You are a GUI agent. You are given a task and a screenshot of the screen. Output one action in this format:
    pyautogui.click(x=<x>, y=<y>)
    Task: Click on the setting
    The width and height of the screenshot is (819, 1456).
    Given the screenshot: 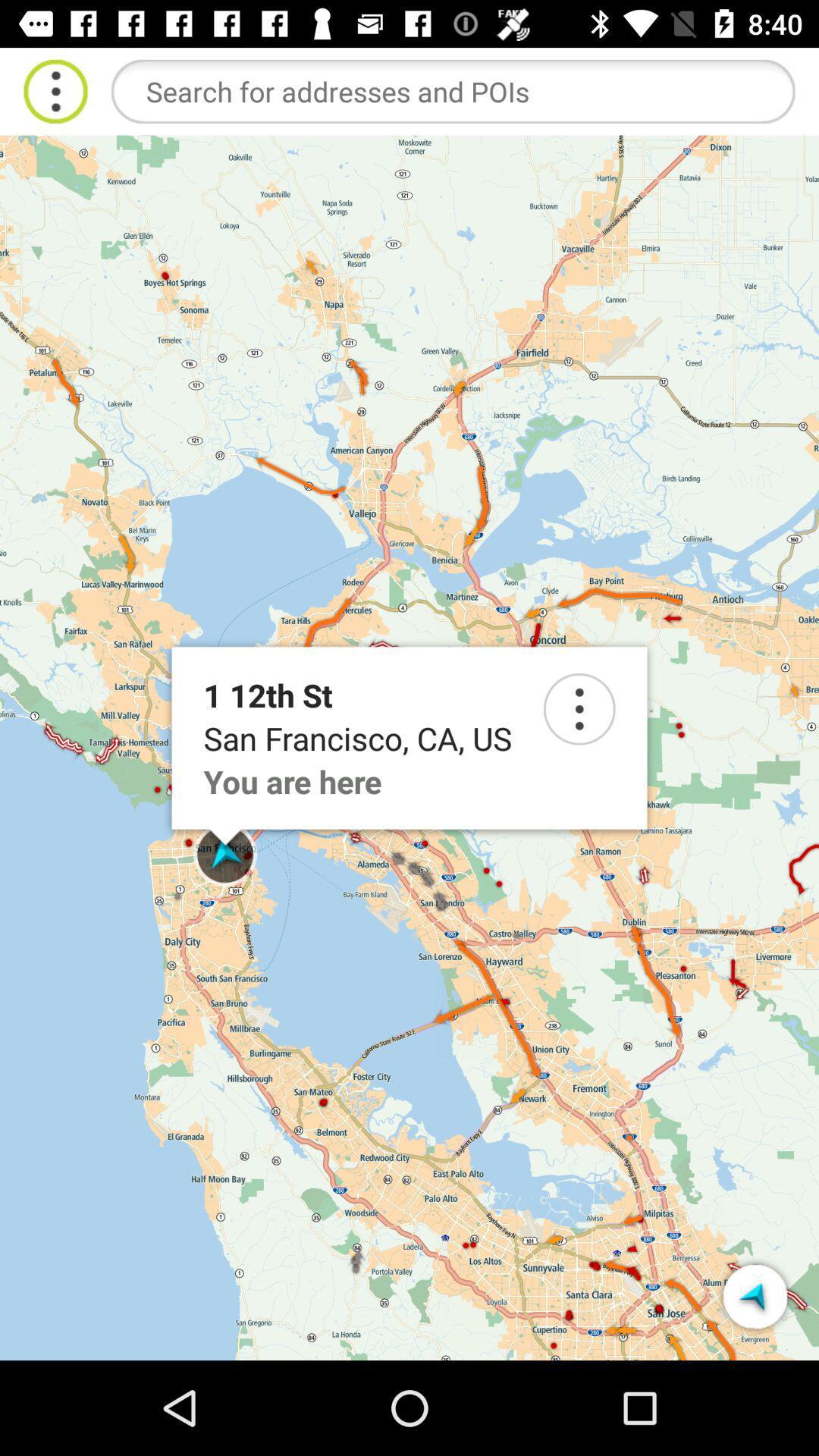 What is the action you would take?
    pyautogui.click(x=579, y=708)
    